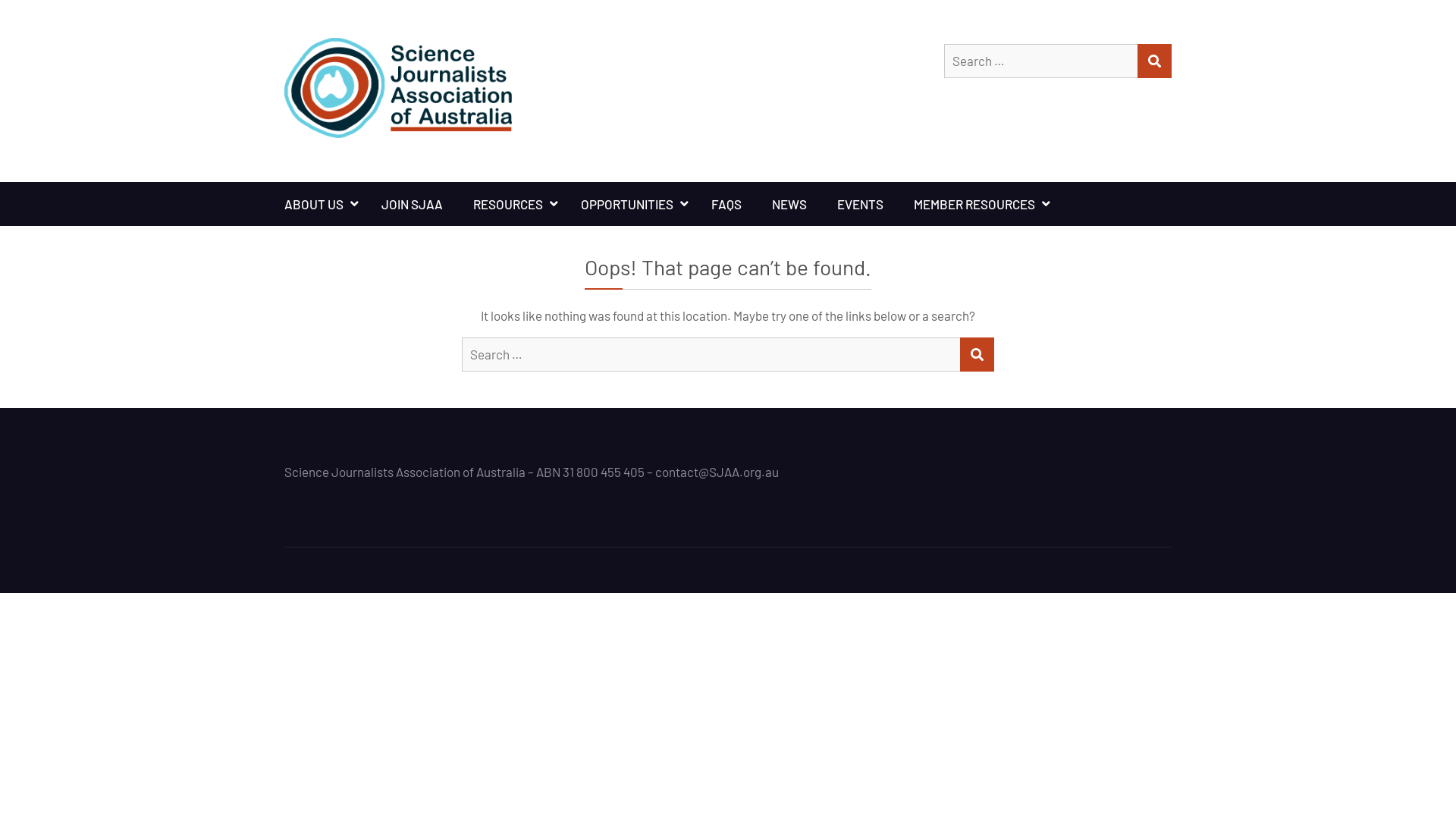  Describe the element at coordinates (978, 203) in the screenshot. I see `'MEMBER RESOURCES'` at that location.